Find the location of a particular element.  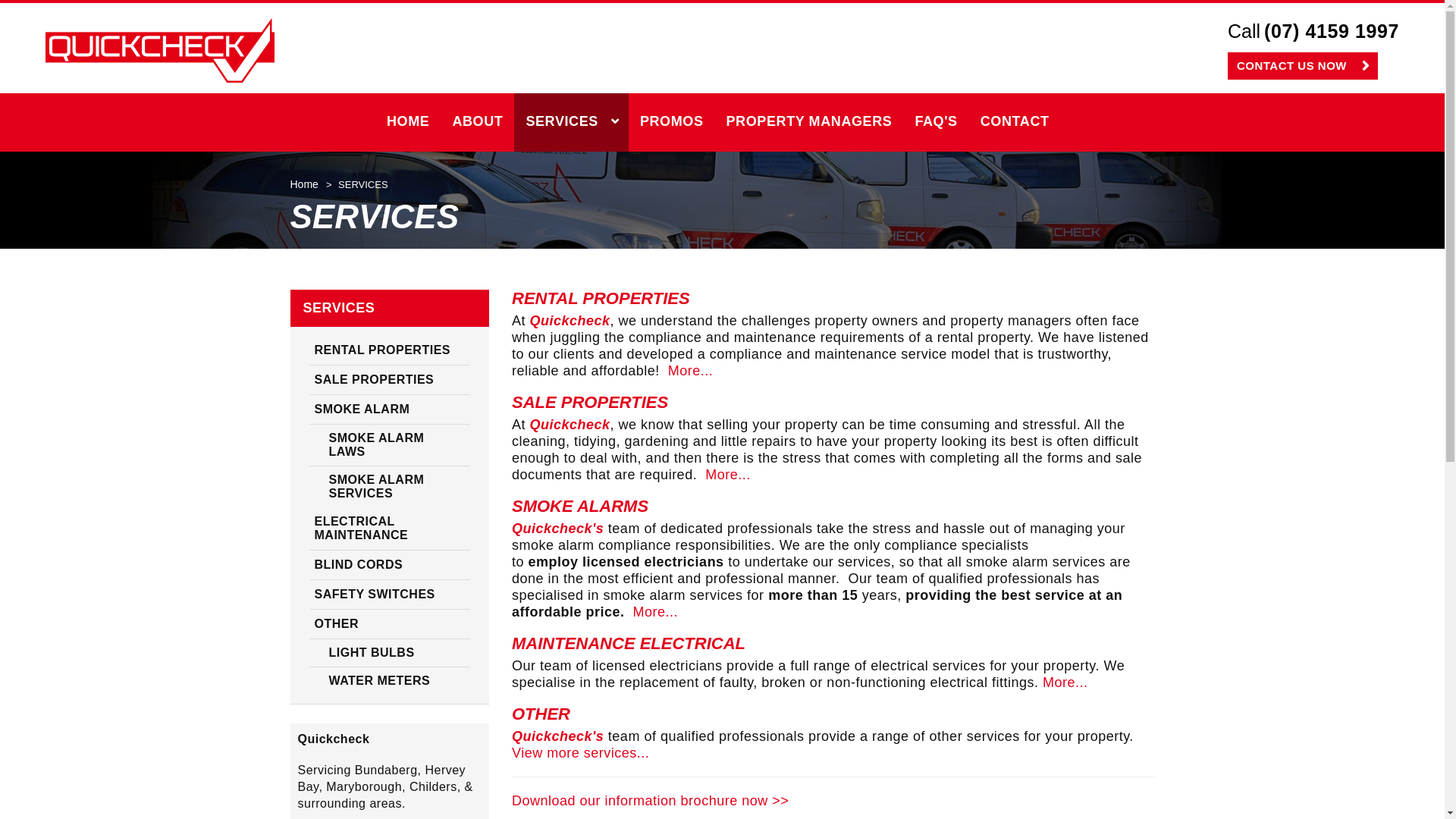

'SMOKE ALARM SERVICES' is located at coordinates (390, 486).